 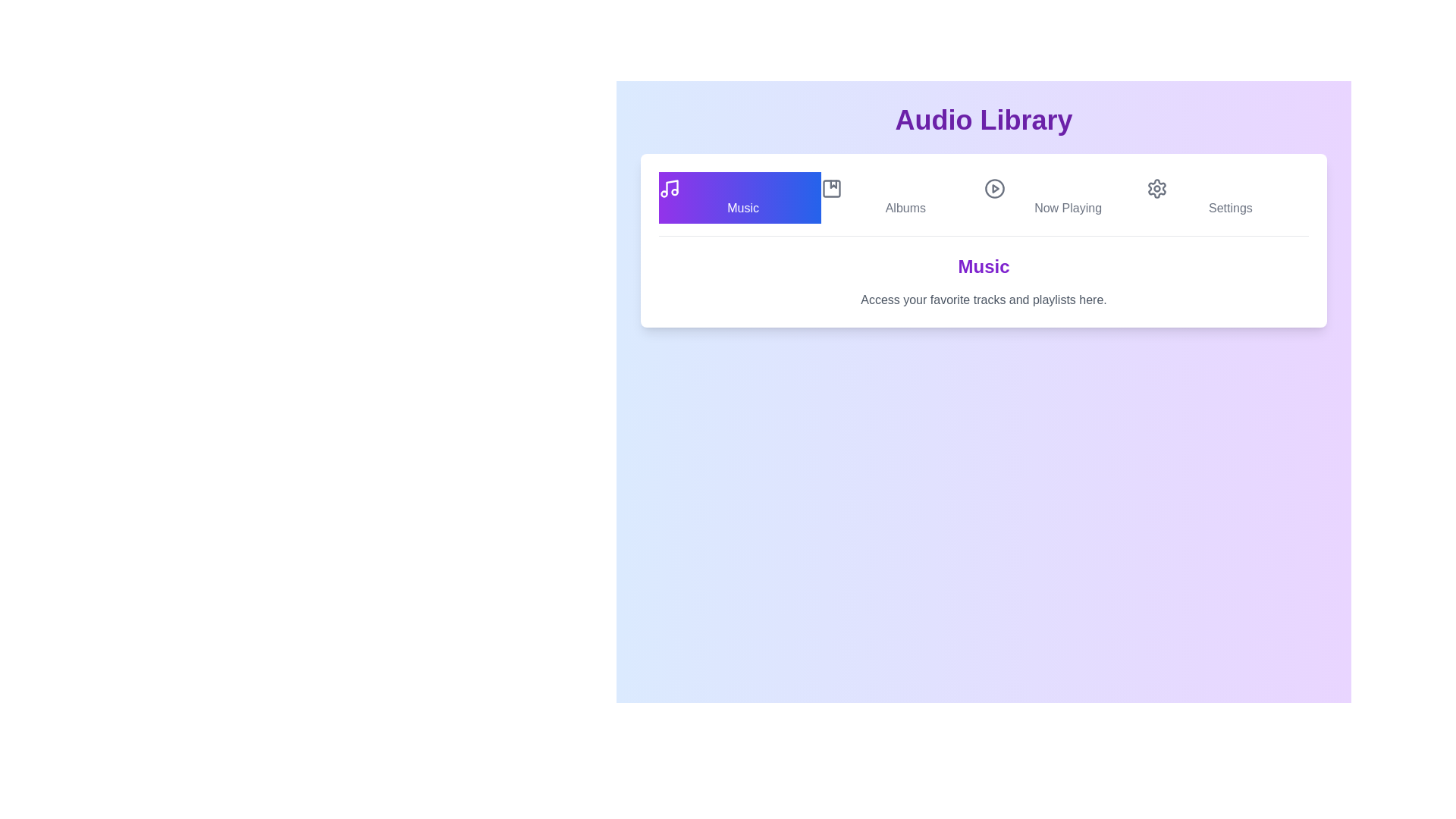 I want to click on the 'Music' text label displayed in a bold white font, which is part of a tab with a gradient background transitioning from purple to blue, so click(x=743, y=208).